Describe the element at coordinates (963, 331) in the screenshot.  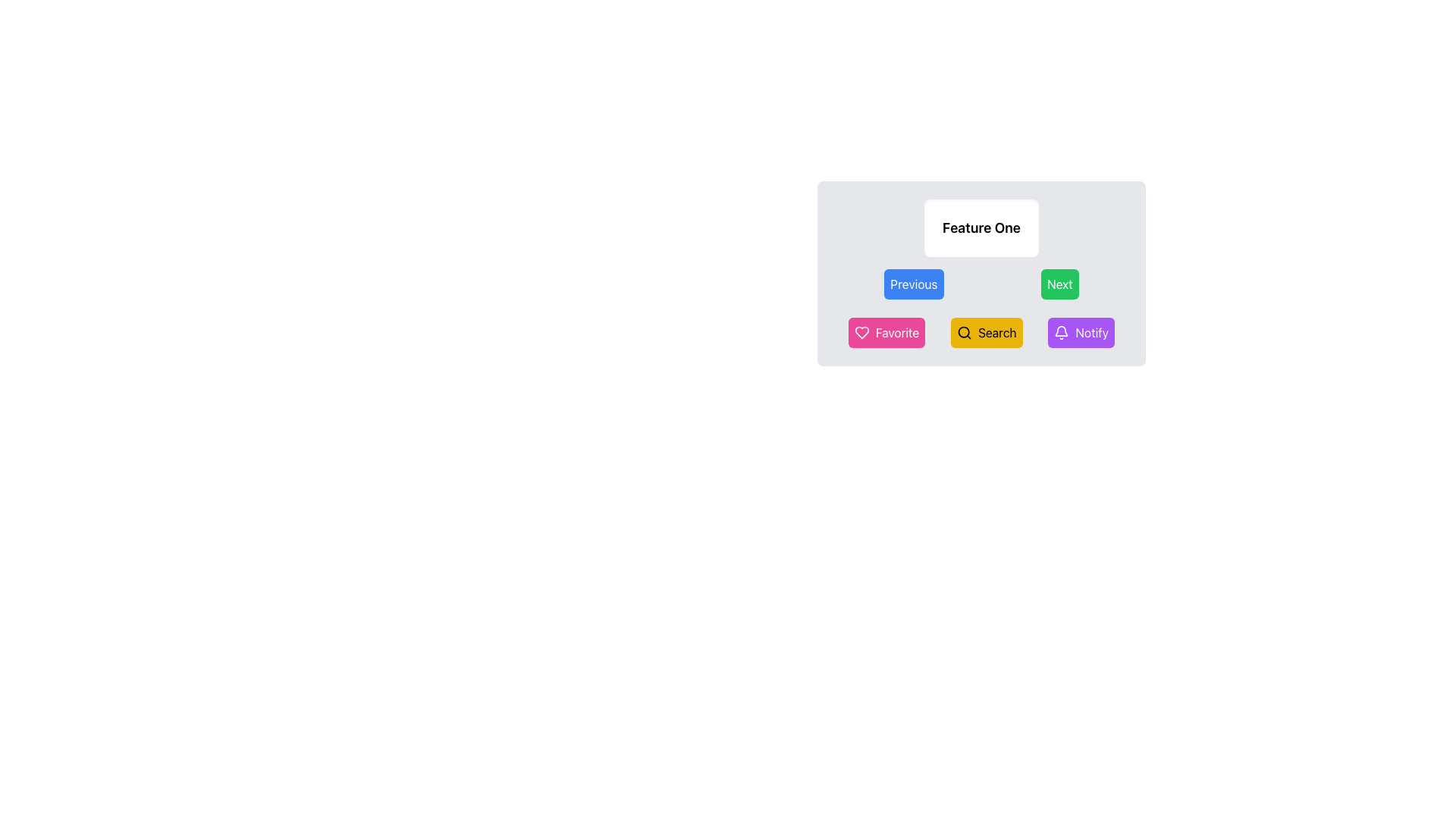
I see `the circular lens part of the search magnifying glass icon, located below the 'Feature One' text heading` at that location.